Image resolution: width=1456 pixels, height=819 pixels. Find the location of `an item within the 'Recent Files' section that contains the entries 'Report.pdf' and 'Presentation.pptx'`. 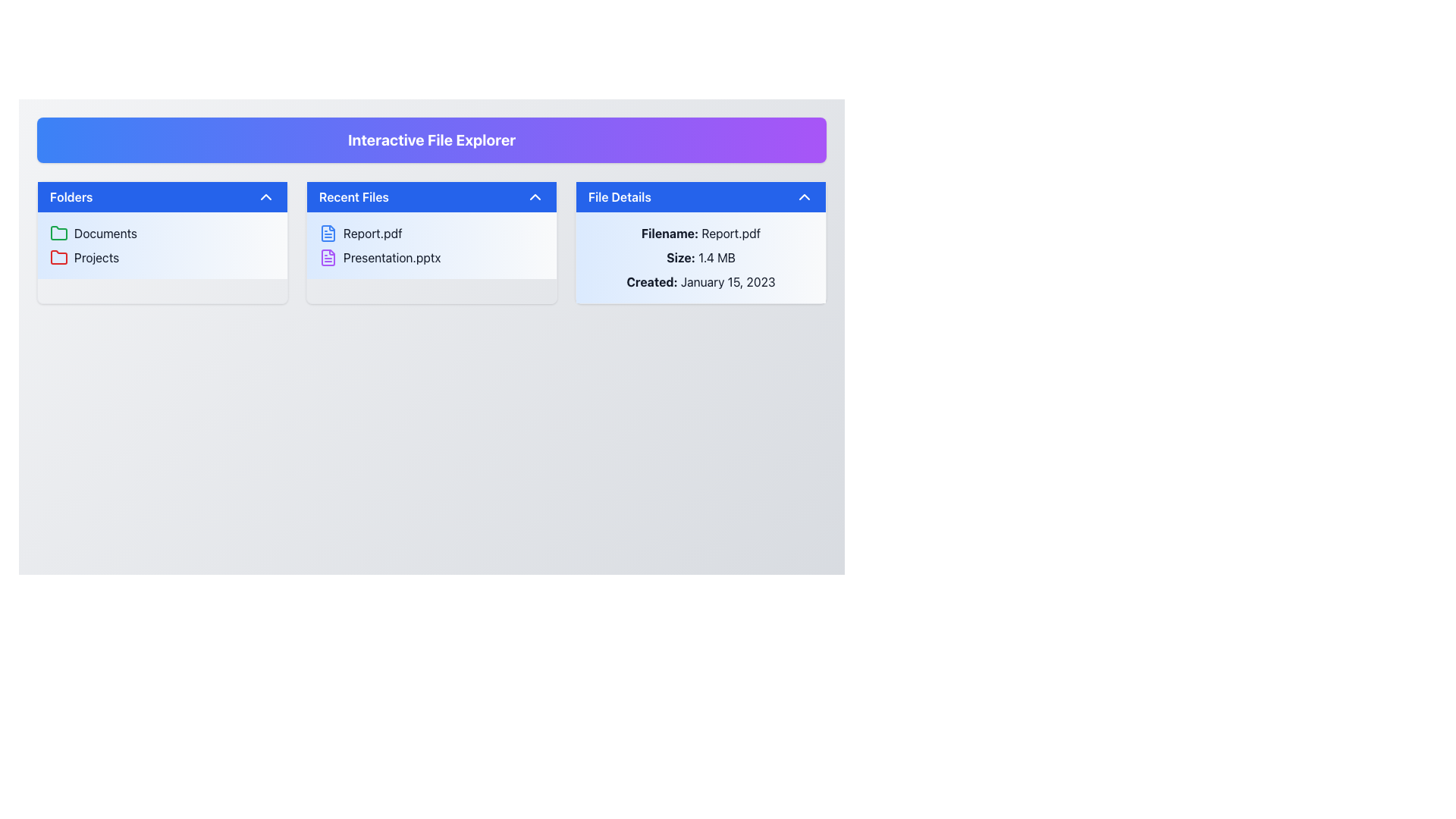

an item within the 'Recent Files' section that contains the entries 'Report.pdf' and 'Presentation.pptx' is located at coordinates (431, 242).